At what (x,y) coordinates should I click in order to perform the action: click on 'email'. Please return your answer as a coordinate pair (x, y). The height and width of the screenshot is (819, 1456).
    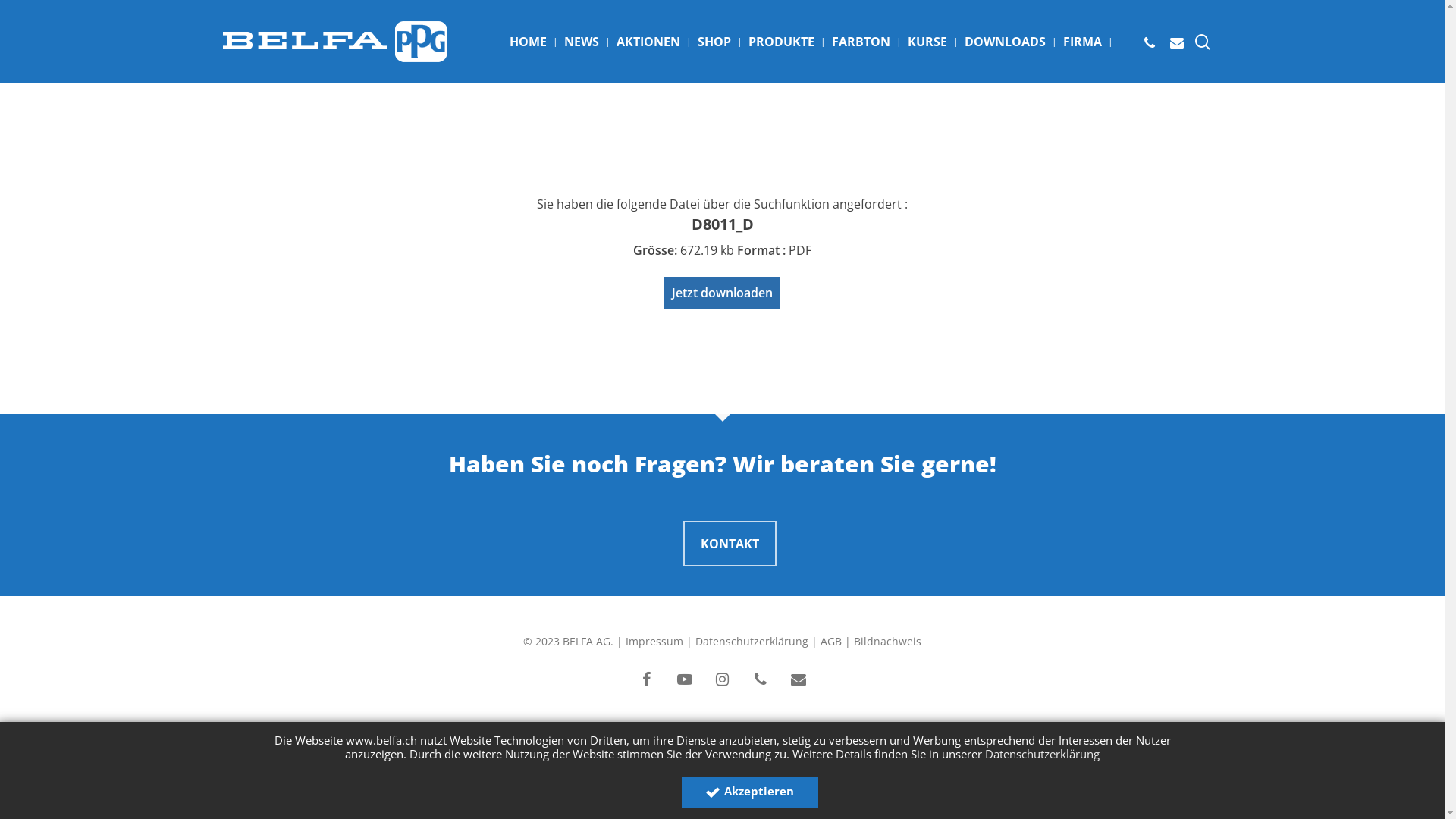
    Looking at the image, I should click on (797, 679).